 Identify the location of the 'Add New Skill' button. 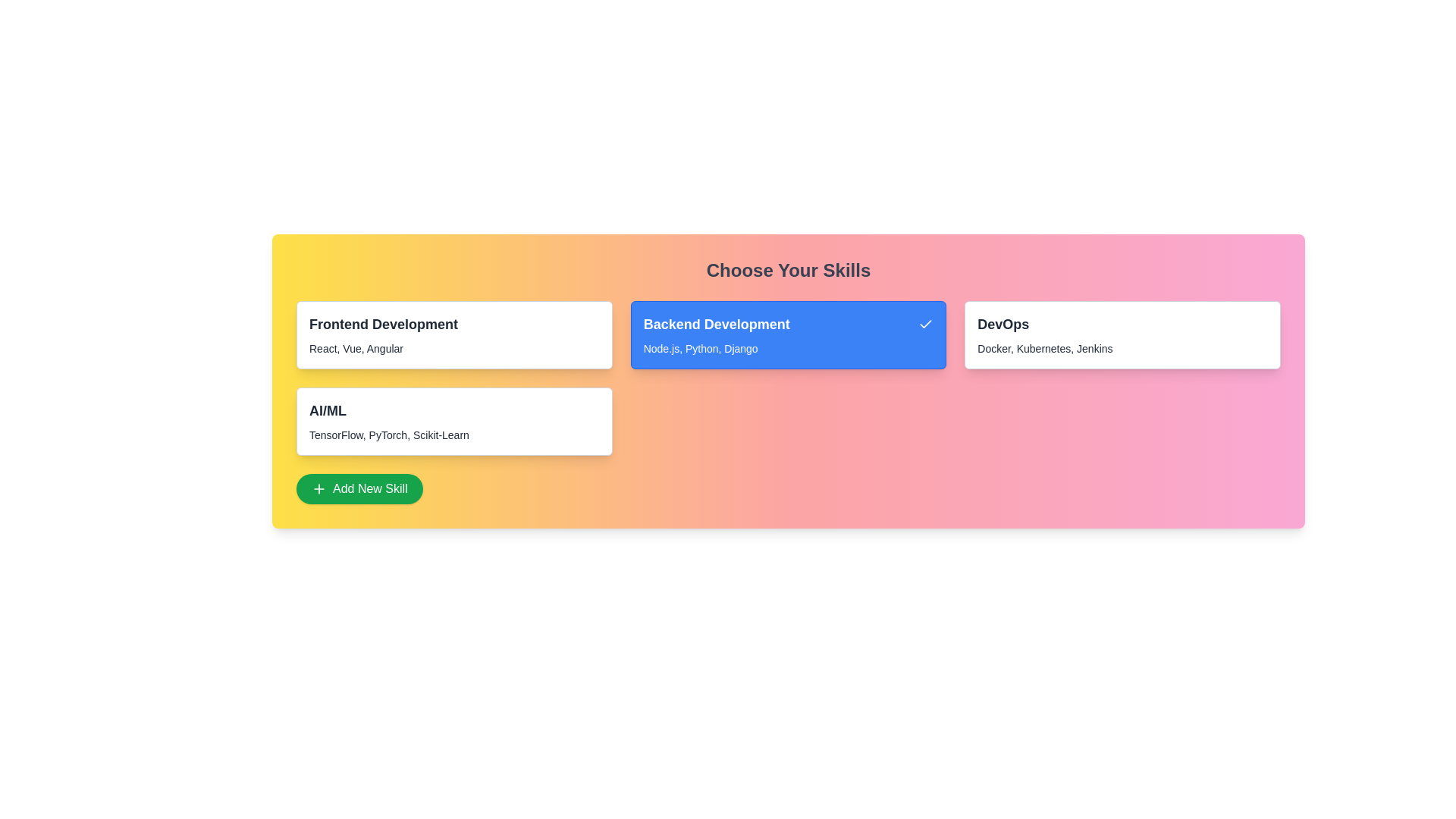
(359, 488).